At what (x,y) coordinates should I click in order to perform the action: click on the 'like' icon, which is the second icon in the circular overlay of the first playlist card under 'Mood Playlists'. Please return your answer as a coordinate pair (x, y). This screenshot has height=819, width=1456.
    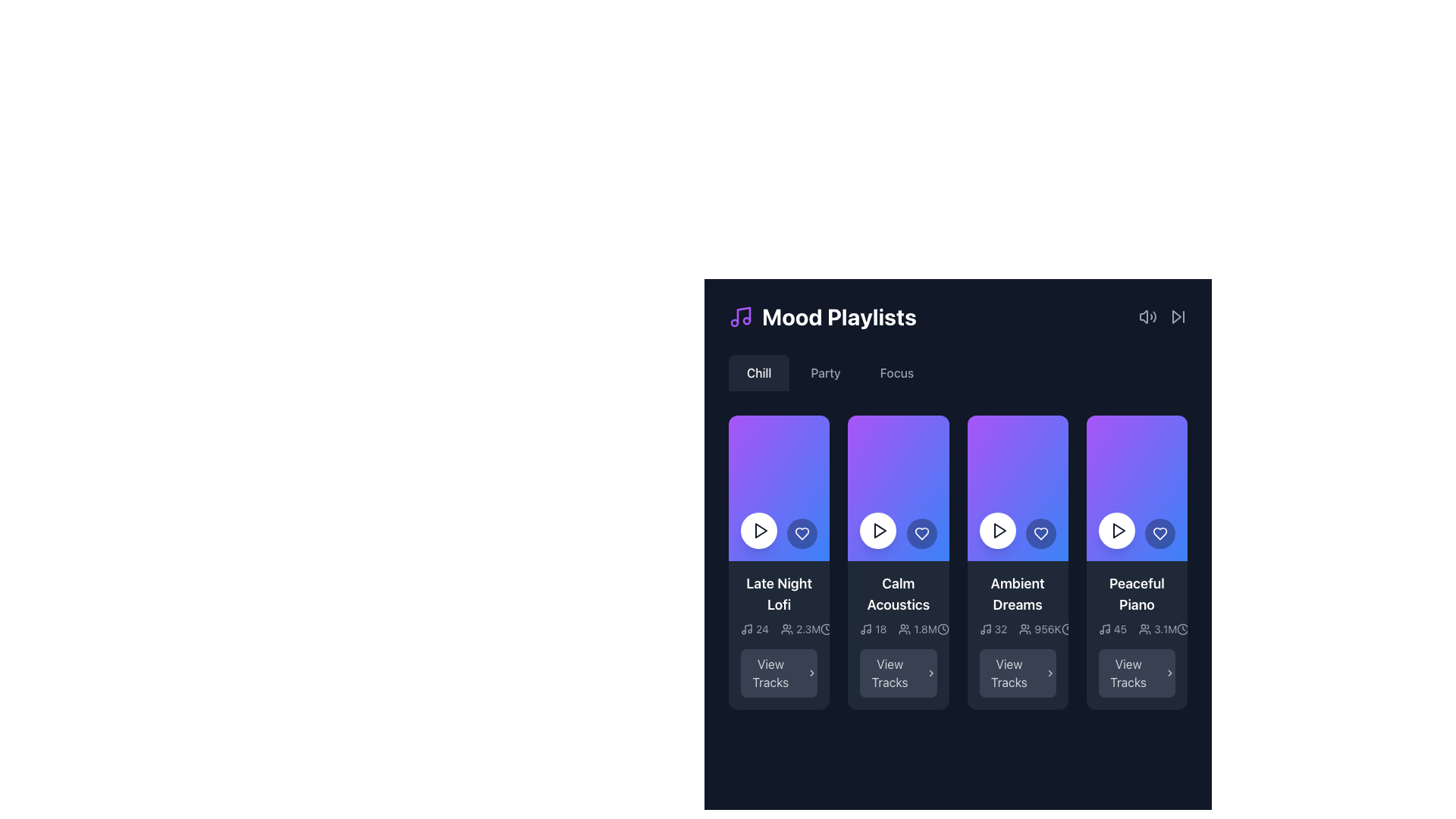
    Looking at the image, I should click on (802, 533).